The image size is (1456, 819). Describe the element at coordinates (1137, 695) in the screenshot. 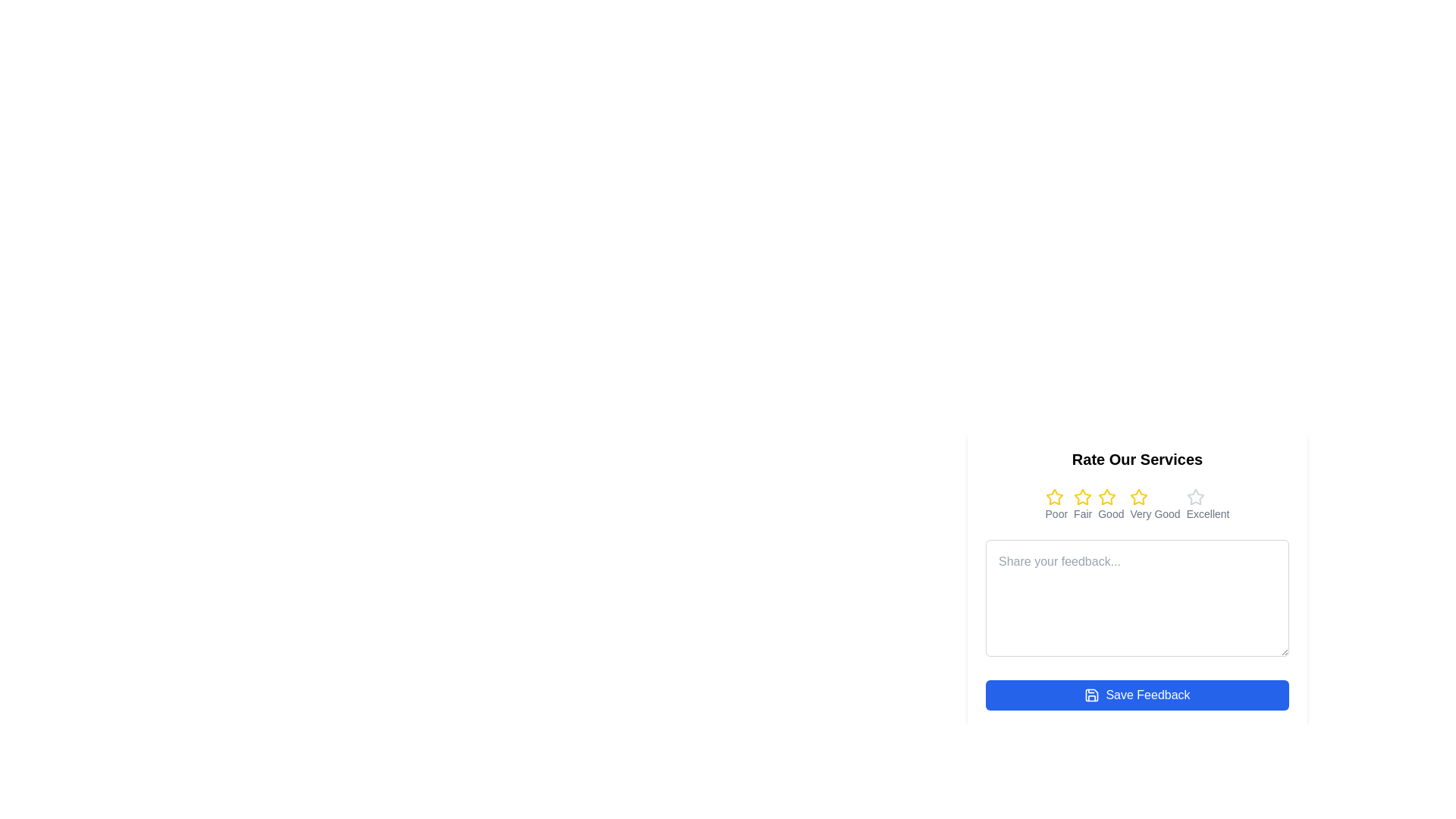

I see `the submit button located at the bottom of the feedback form interface` at that location.